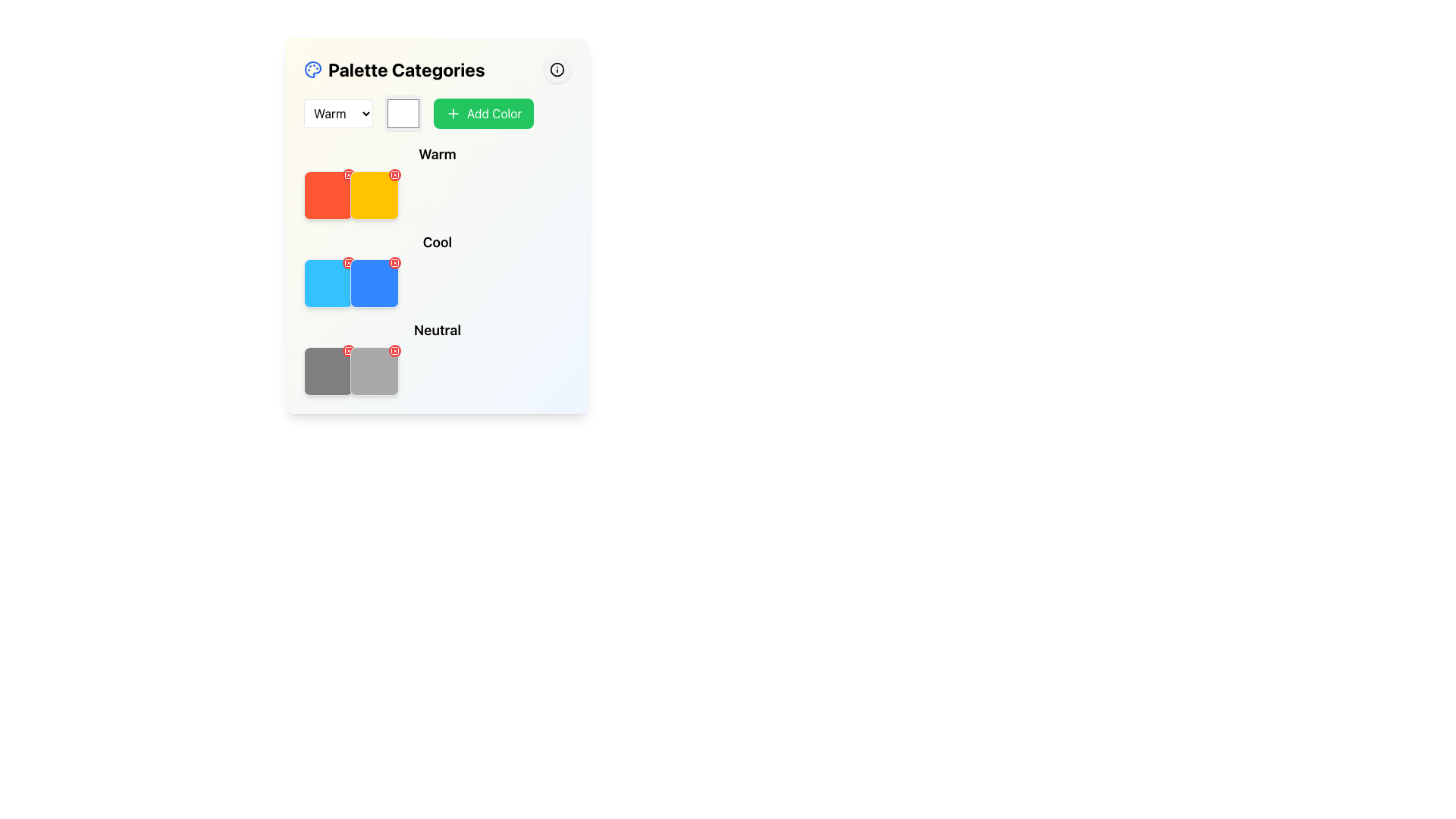 This screenshot has height=819, width=1456. What do you see at coordinates (436, 329) in the screenshot?
I see `the Text Label positioned below the 'Cool' section and above the swatches in the grid layout` at bounding box center [436, 329].